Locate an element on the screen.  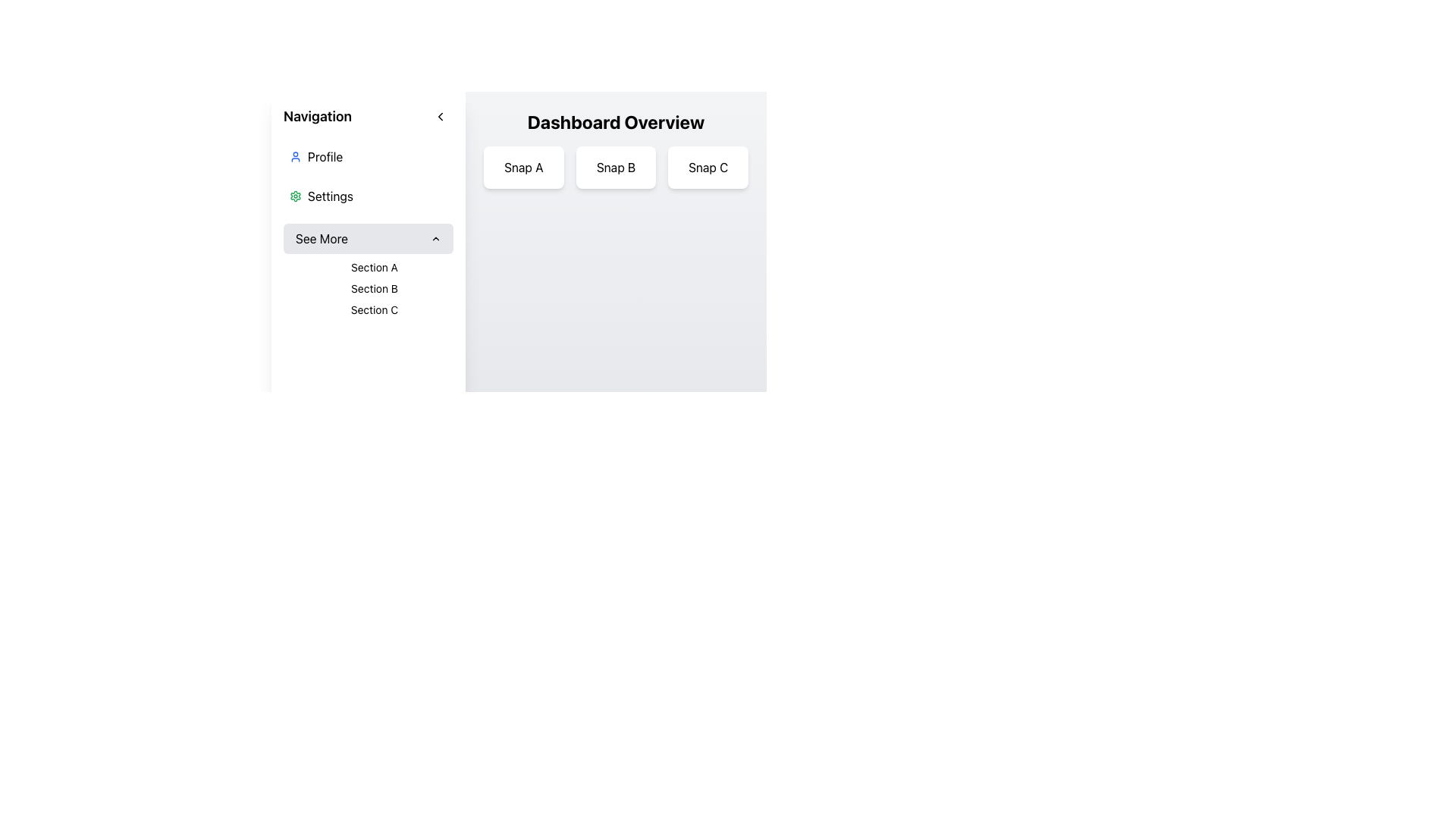
the settings icon located in the sidebar menu, which is positioned vertically under the 'Profile' icon and above the 'See More' expandable menu is located at coordinates (295, 195).